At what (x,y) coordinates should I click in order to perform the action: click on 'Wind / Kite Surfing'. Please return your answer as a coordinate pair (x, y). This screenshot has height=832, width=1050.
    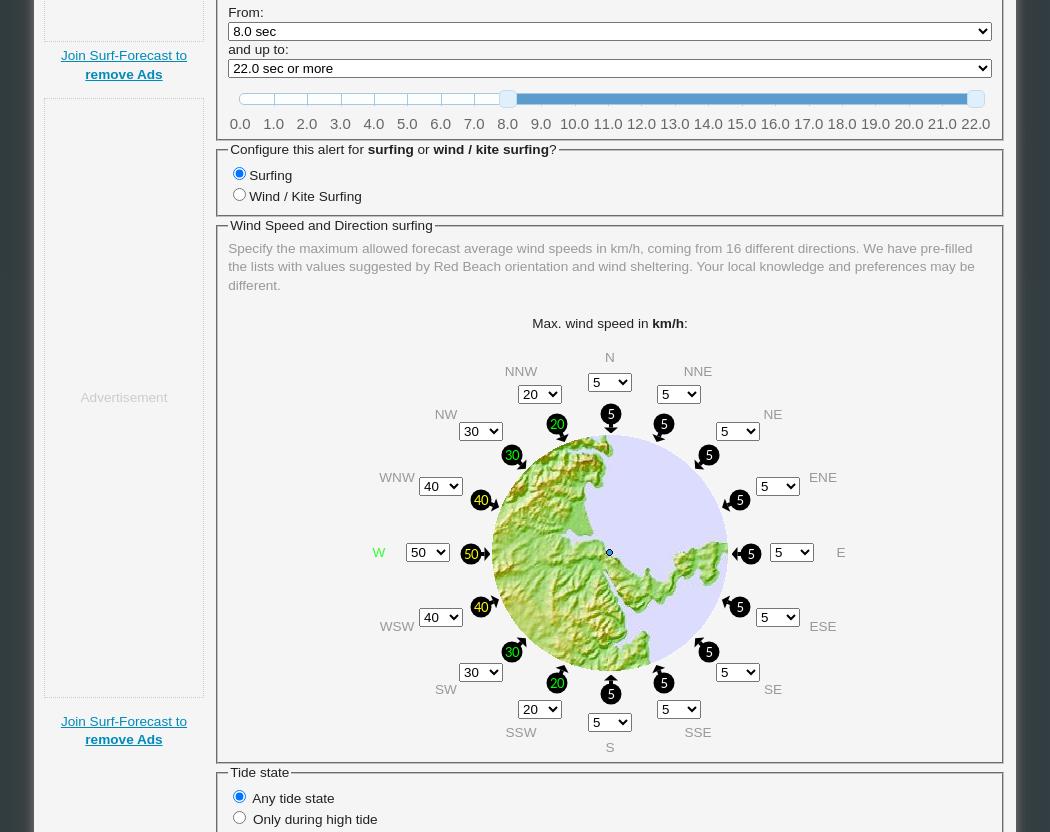
    Looking at the image, I should click on (248, 195).